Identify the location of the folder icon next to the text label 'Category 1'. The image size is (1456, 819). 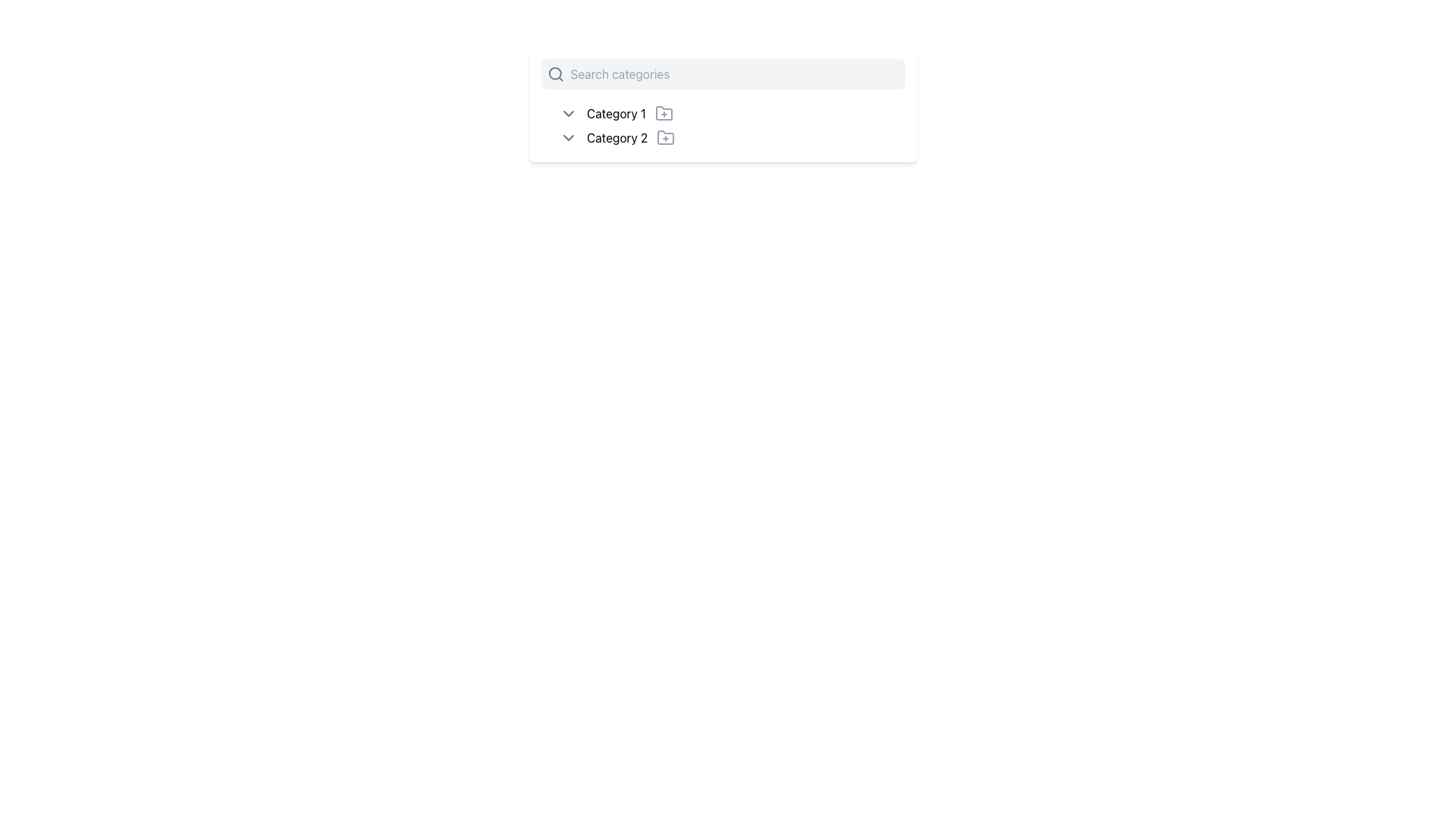
(664, 112).